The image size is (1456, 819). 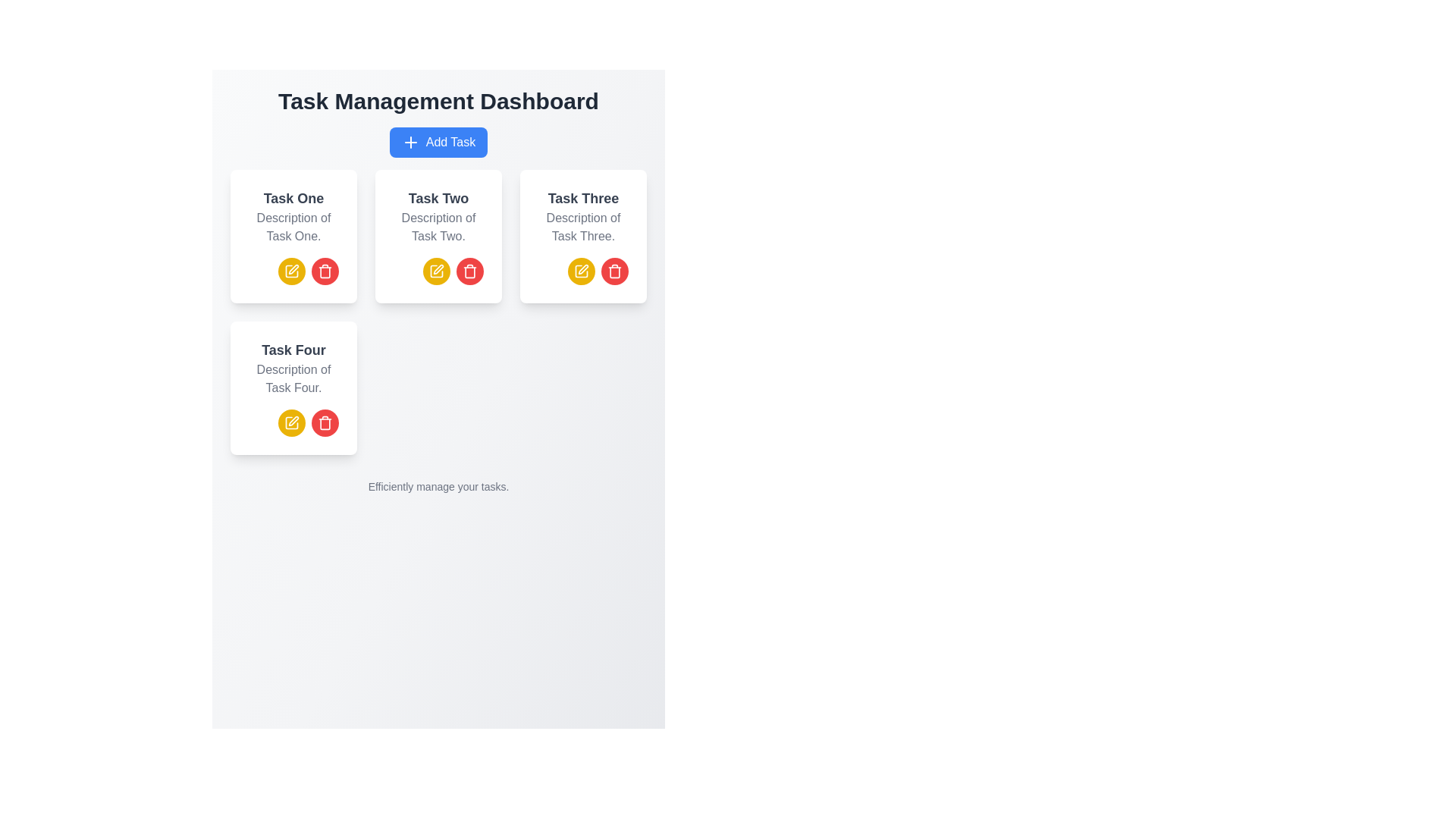 I want to click on the Text Label that serves as the title for the third task within its card component, located in the third card from the left, so click(x=582, y=198).